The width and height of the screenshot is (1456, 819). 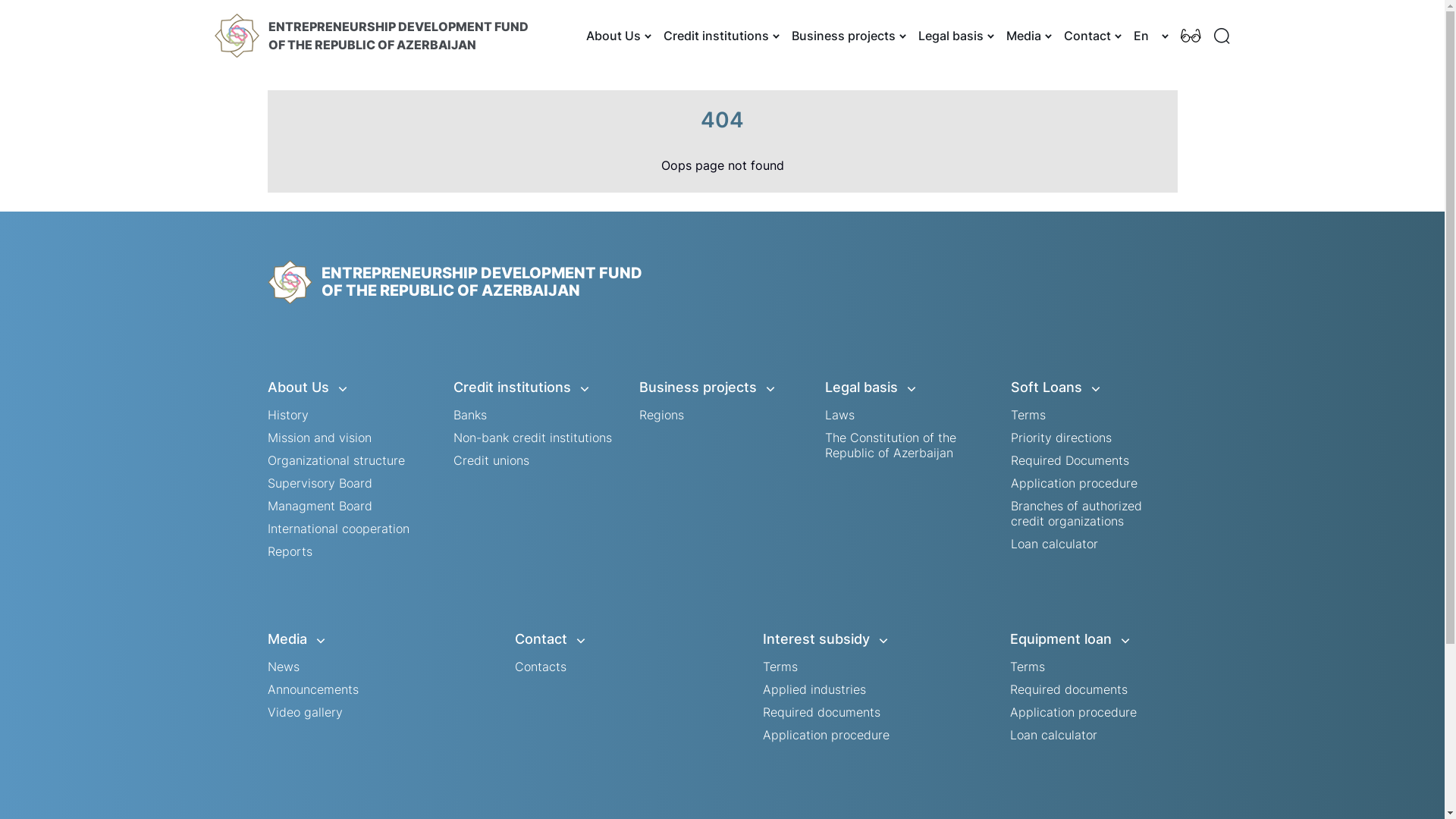 I want to click on 'Terms', so click(x=1027, y=666).